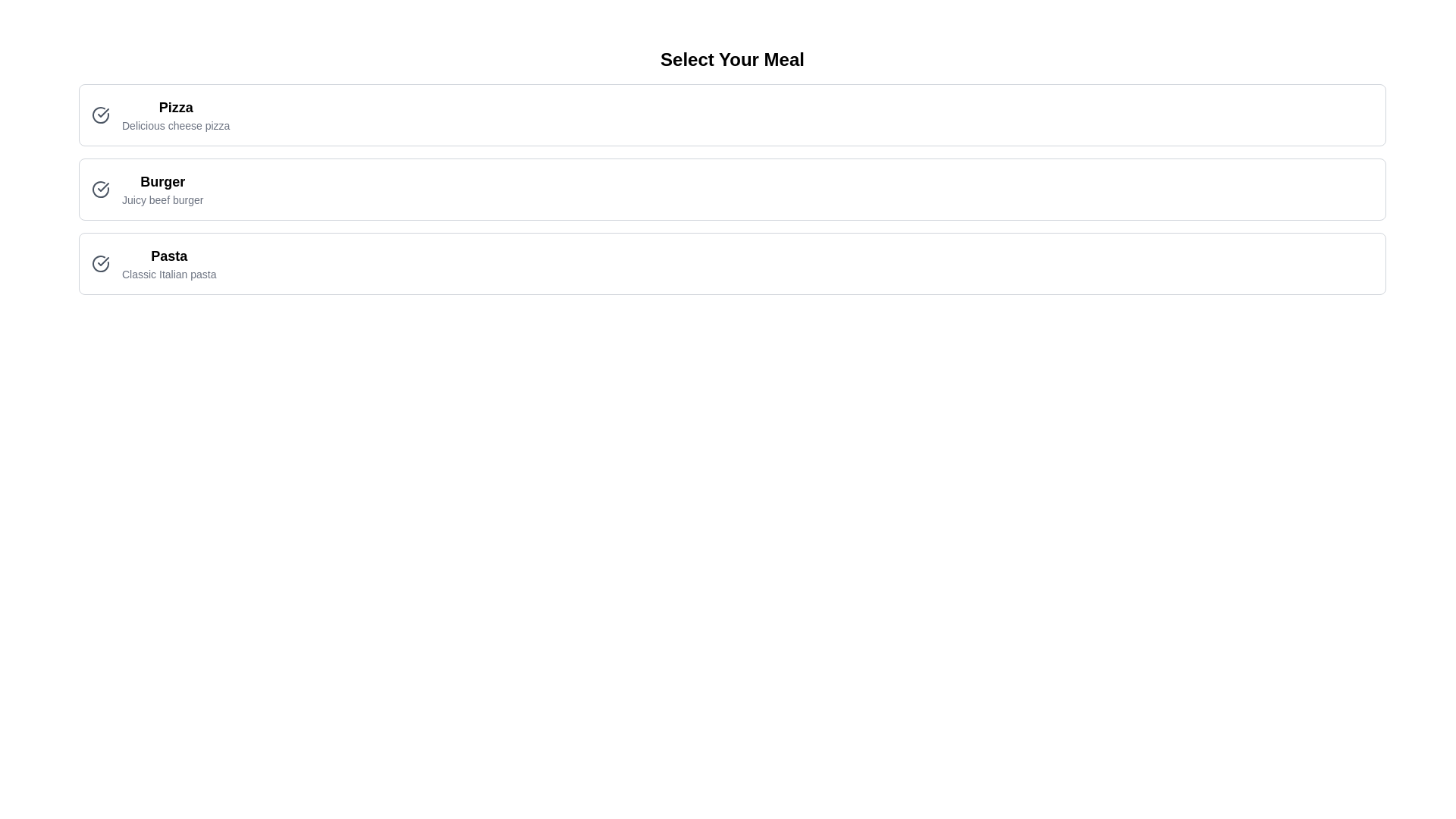 This screenshot has height=819, width=1456. What do you see at coordinates (162, 189) in the screenshot?
I see `the middle text block component that represents a burger meal option in the vertically stacked list of meal options` at bounding box center [162, 189].